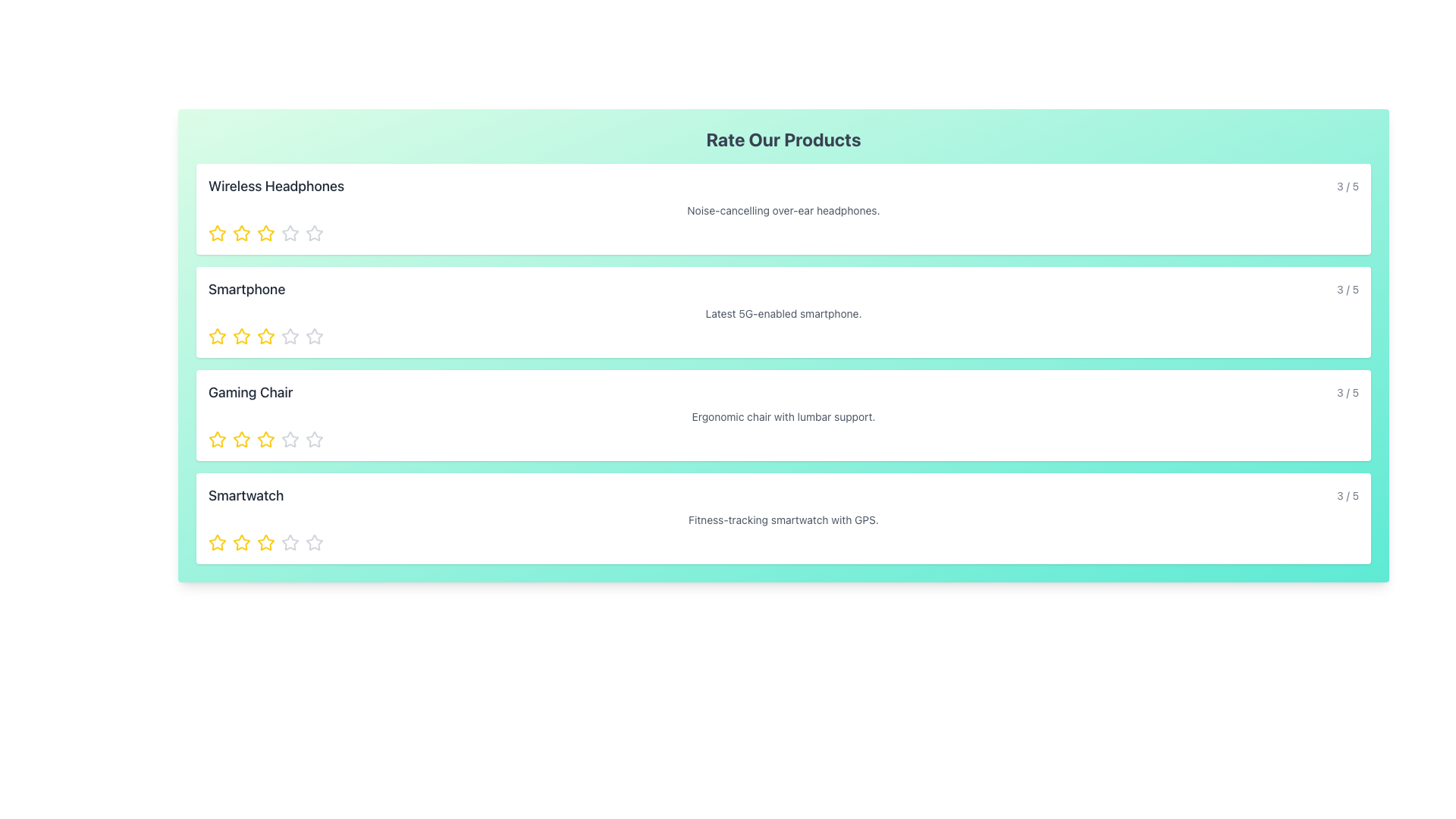 The width and height of the screenshot is (1456, 819). What do you see at coordinates (240, 335) in the screenshot?
I see `the second star from the left in the rating section for the 'Smartphone' product` at bounding box center [240, 335].